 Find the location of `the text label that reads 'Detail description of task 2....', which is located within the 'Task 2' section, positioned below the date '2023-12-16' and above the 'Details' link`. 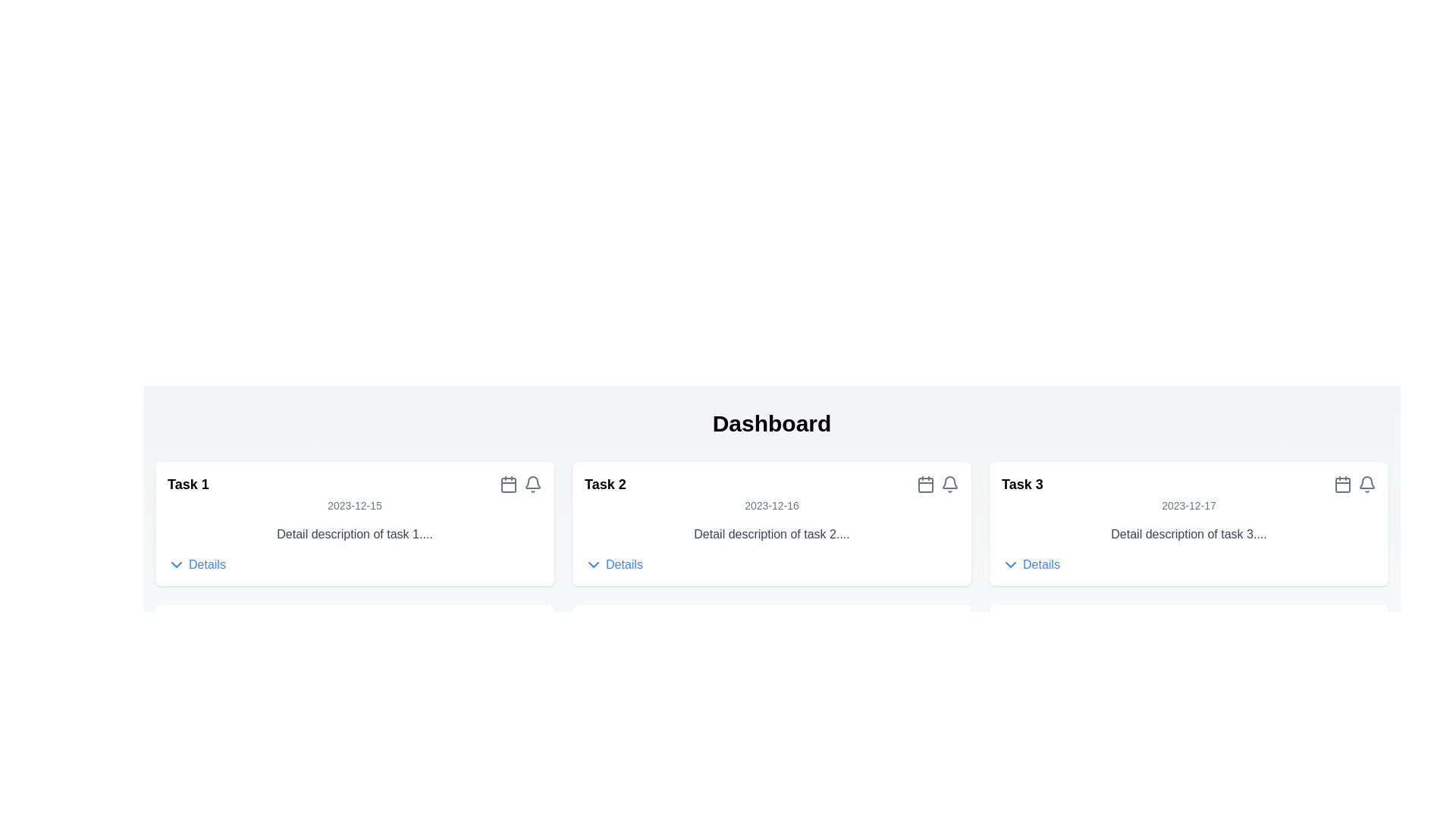

the text label that reads 'Detail description of task 2....', which is located within the 'Task 2' section, positioned below the date '2023-12-16' and above the 'Details' link is located at coordinates (771, 534).